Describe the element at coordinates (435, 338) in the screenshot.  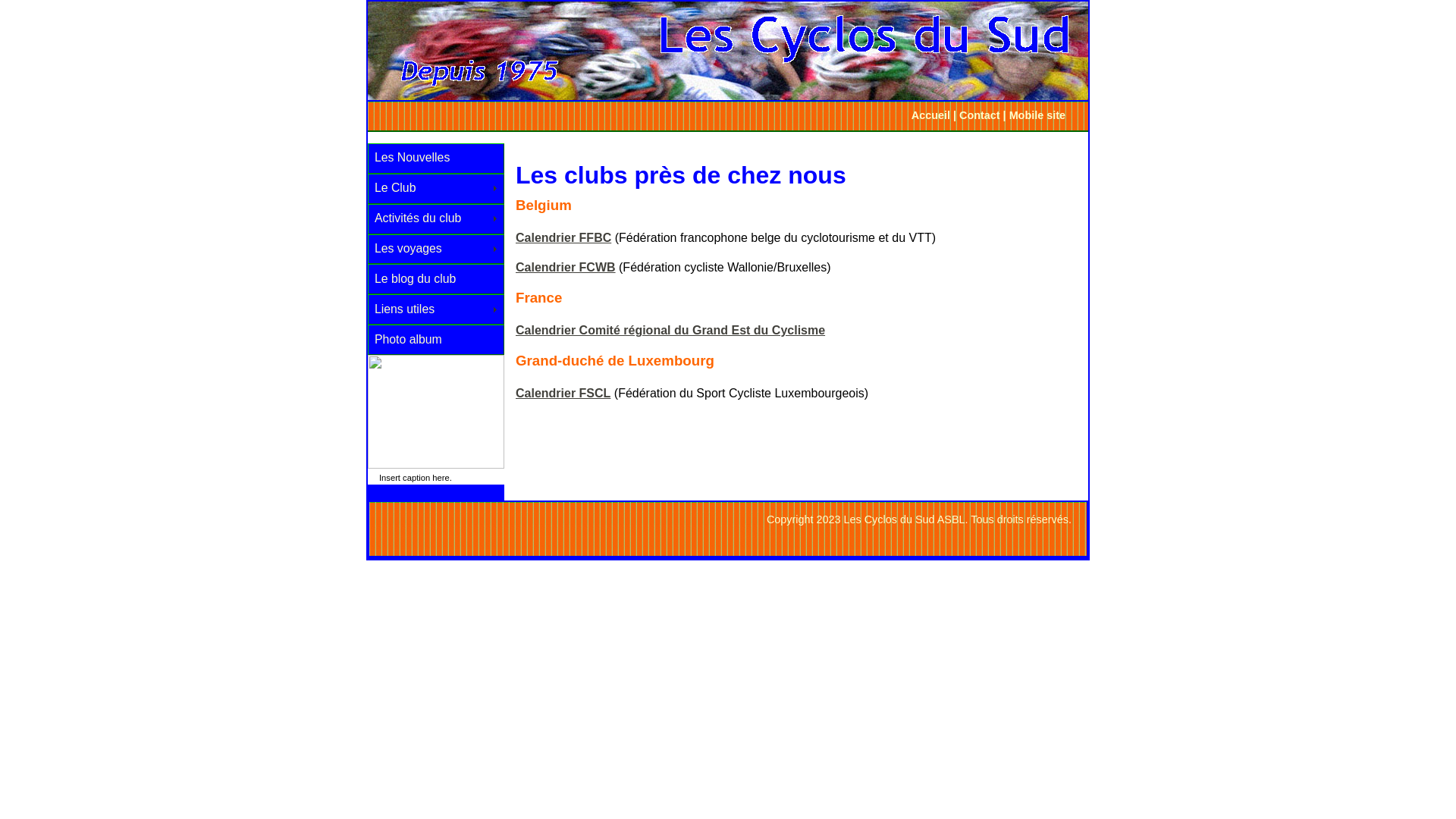
I see `'Photo album'` at that location.